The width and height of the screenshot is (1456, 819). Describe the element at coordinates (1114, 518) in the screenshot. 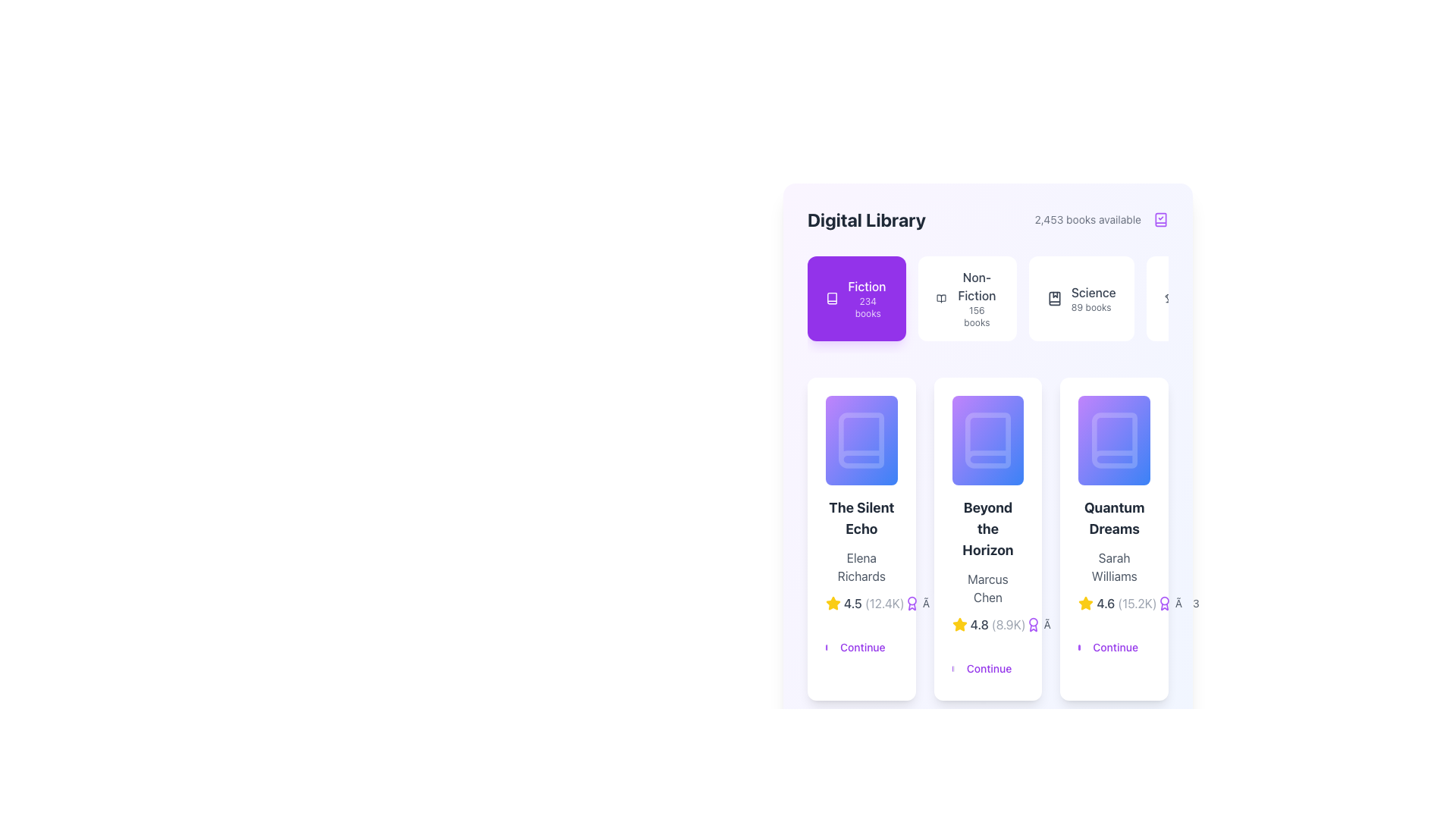

I see `the text label that serves as a title for the book 'Quantum Dreams' in the third card under the 'Fiction' tab of the 'Digital Library' interface` at that location.